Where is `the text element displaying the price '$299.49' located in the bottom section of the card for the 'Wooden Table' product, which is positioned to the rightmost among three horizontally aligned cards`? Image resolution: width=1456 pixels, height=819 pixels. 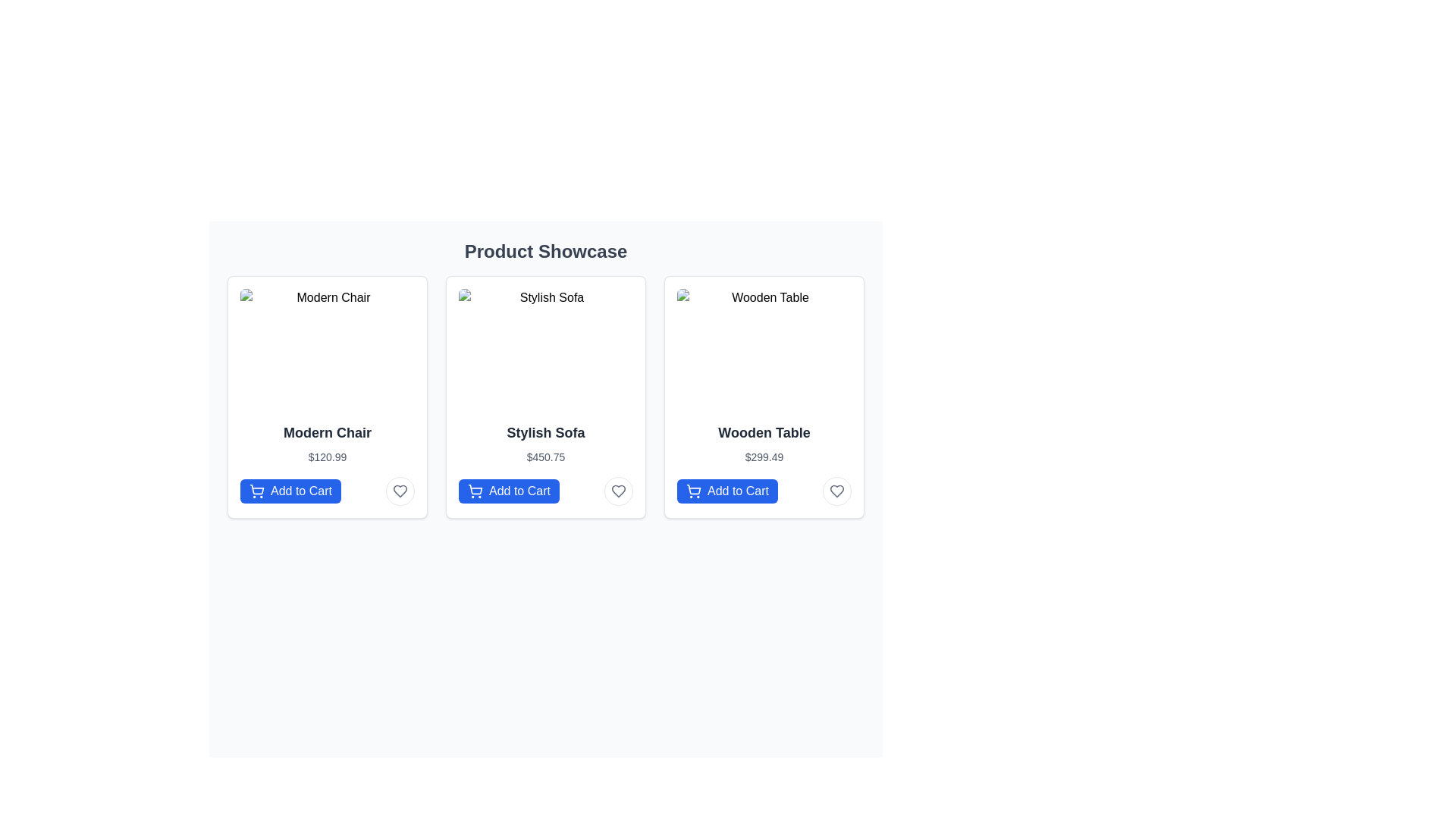
the text element displaying the price '$299.49' located in the bottom section of the card for the 'Wooden Table' product, which is positioned to the rightmost among three horizontally aligned cards is located at coordinates (764, 456).